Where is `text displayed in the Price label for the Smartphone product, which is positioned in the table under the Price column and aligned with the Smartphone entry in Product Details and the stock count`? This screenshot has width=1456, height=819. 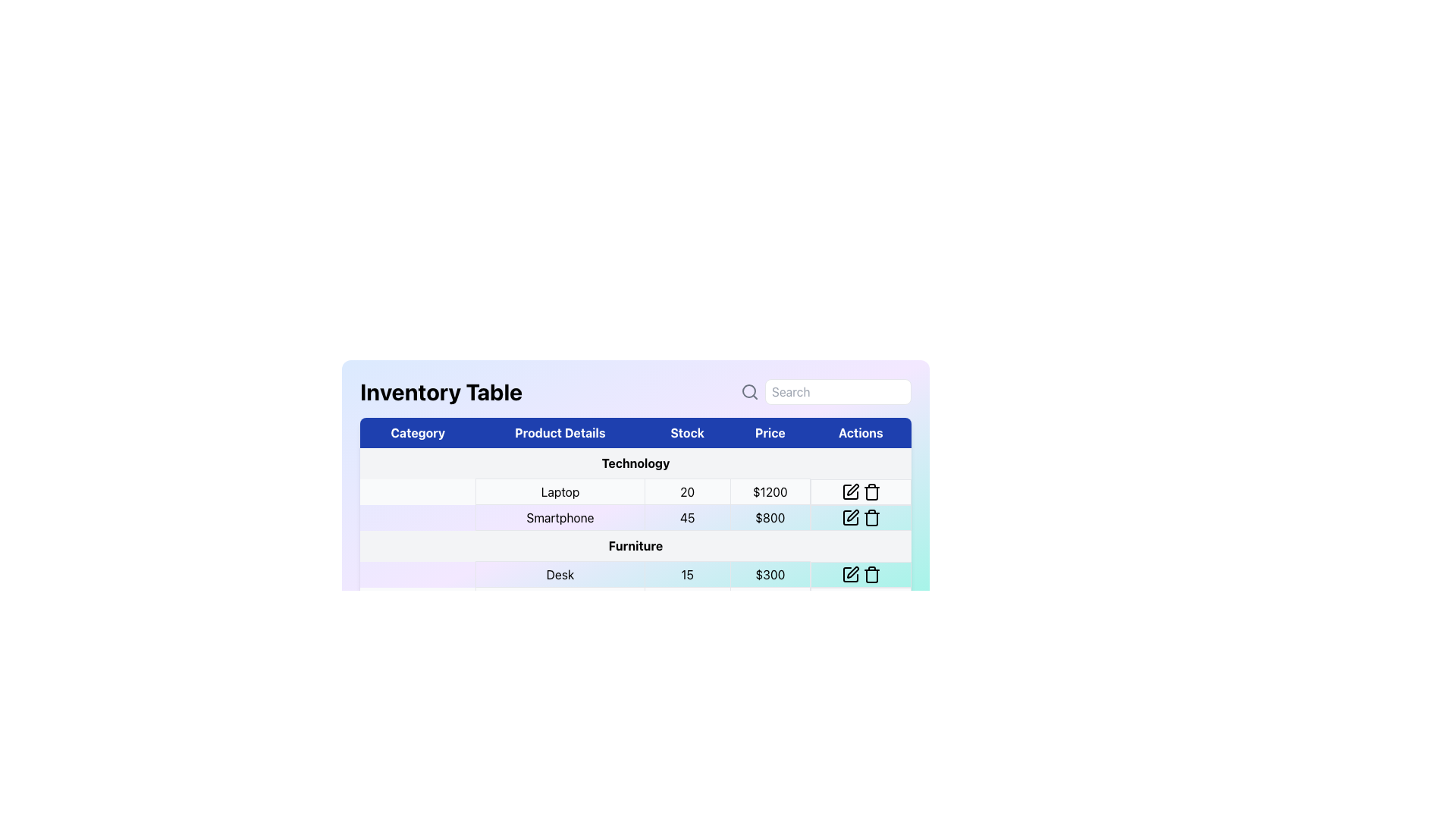
text displayed in the Price label for the Smartphone product, which is positioned in the table under the Price column and aligned with the Smartphone entry in Product Details and the stock count is located at coordinates (770, 516).